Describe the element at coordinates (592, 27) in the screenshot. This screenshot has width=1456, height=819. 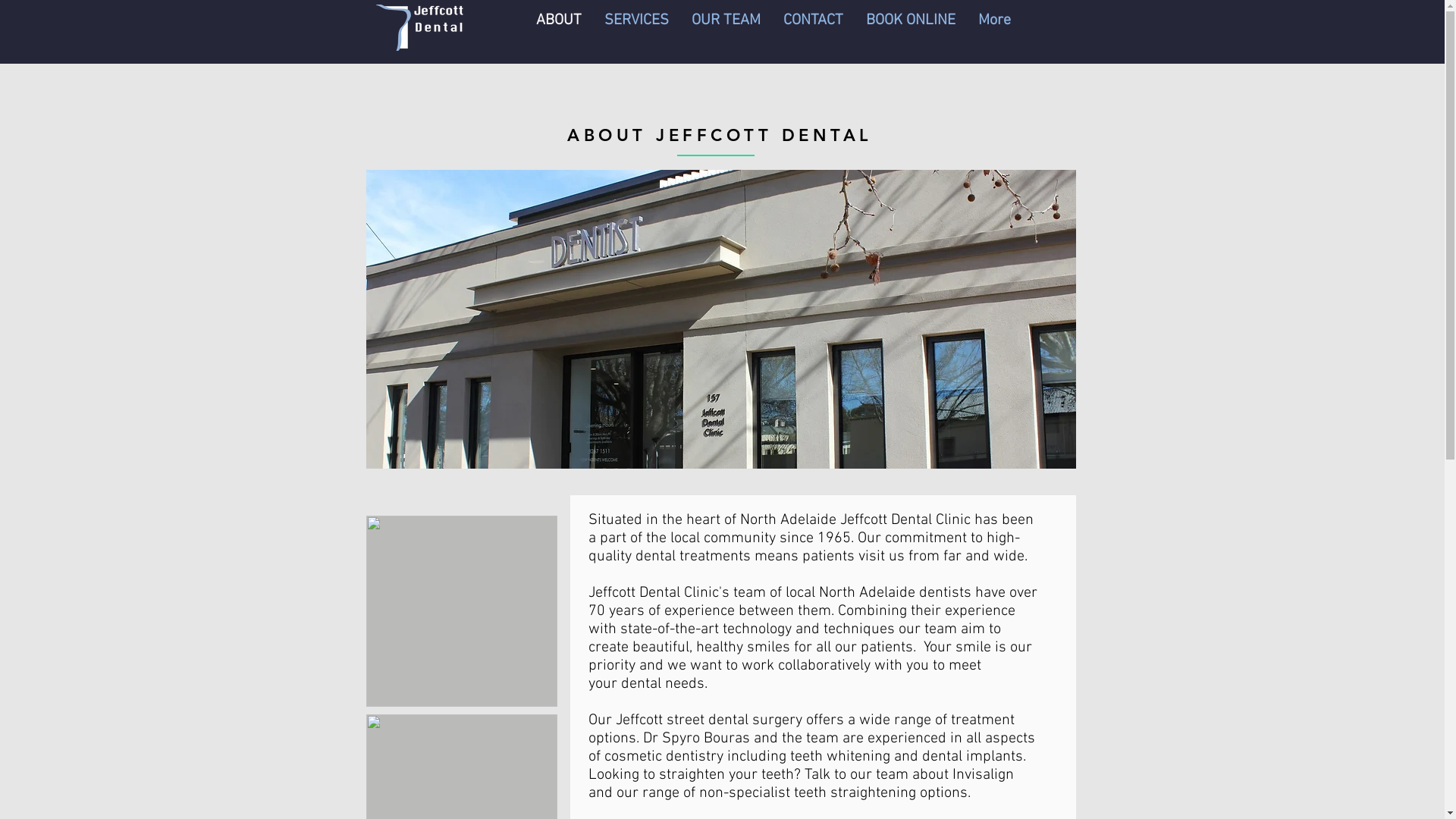
I see `'SERVICES'` at that location.